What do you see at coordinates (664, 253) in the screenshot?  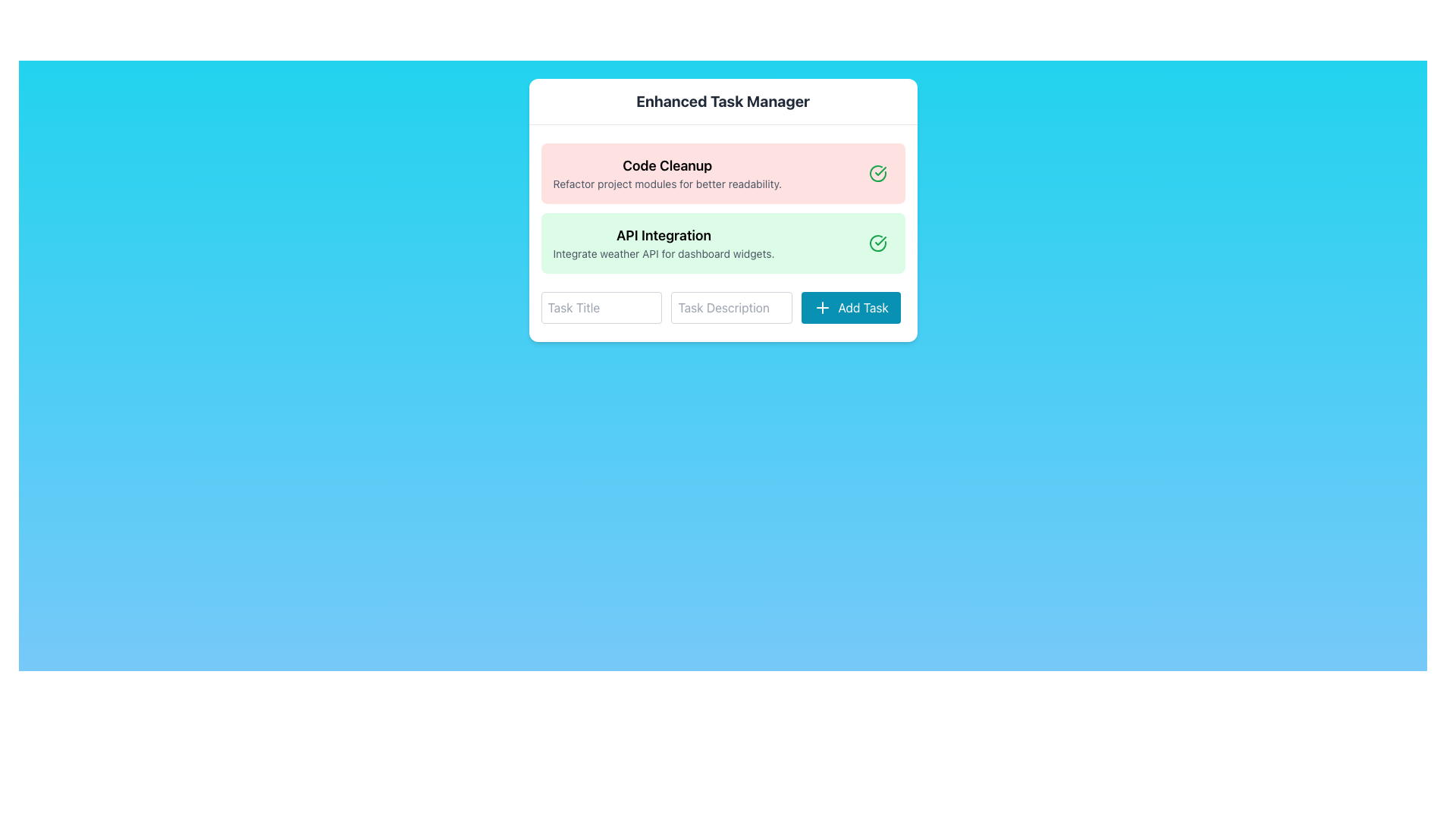 I see `the text element that describes the task 'API Integration' located under the header in the green box of the second task entry` at bounding box center [664, 253].